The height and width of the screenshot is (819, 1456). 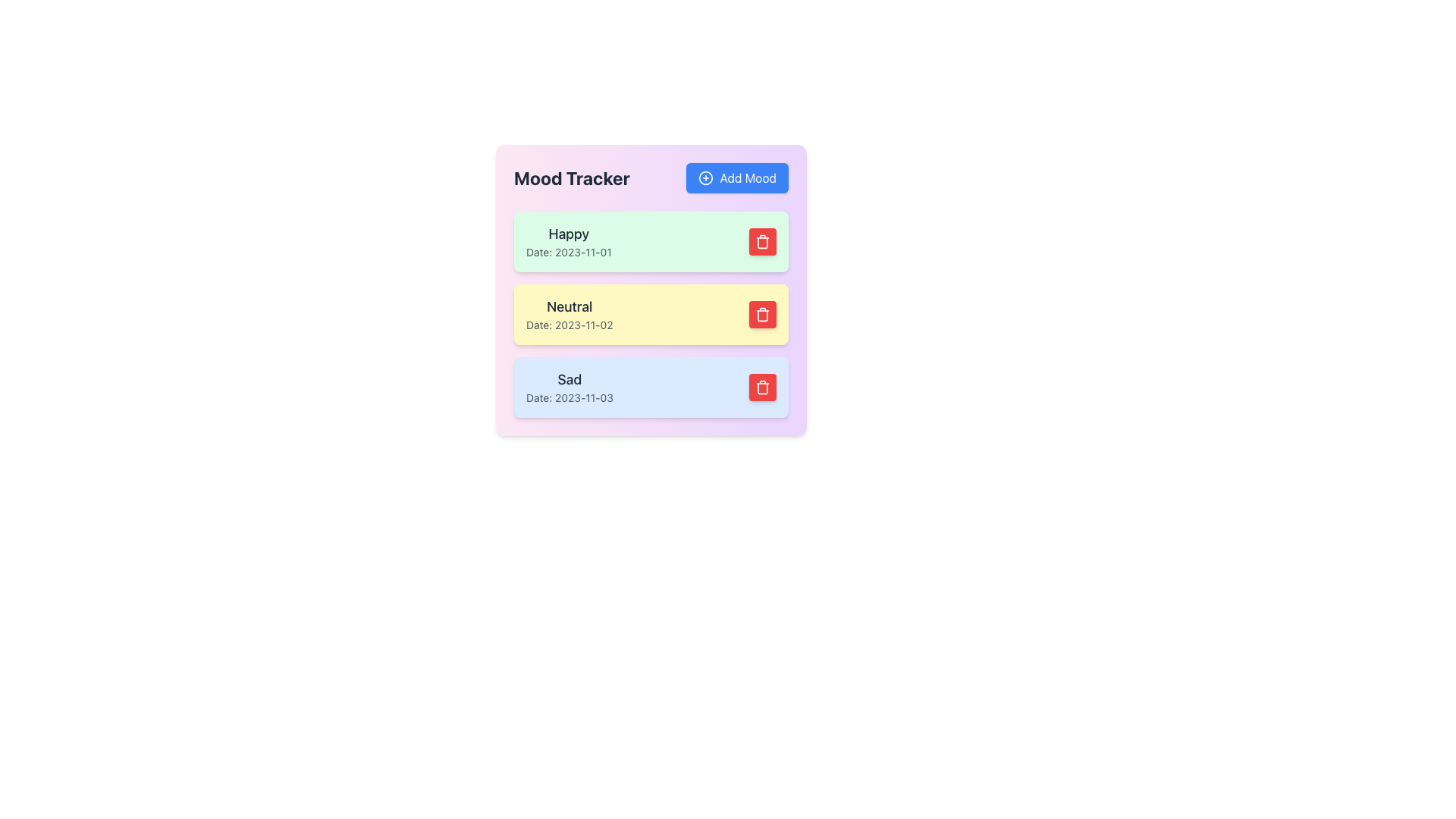 I want to click on the trash can icon button located at the right end of the third row in the Mood Tracker panel, so click(x=763, y=241).